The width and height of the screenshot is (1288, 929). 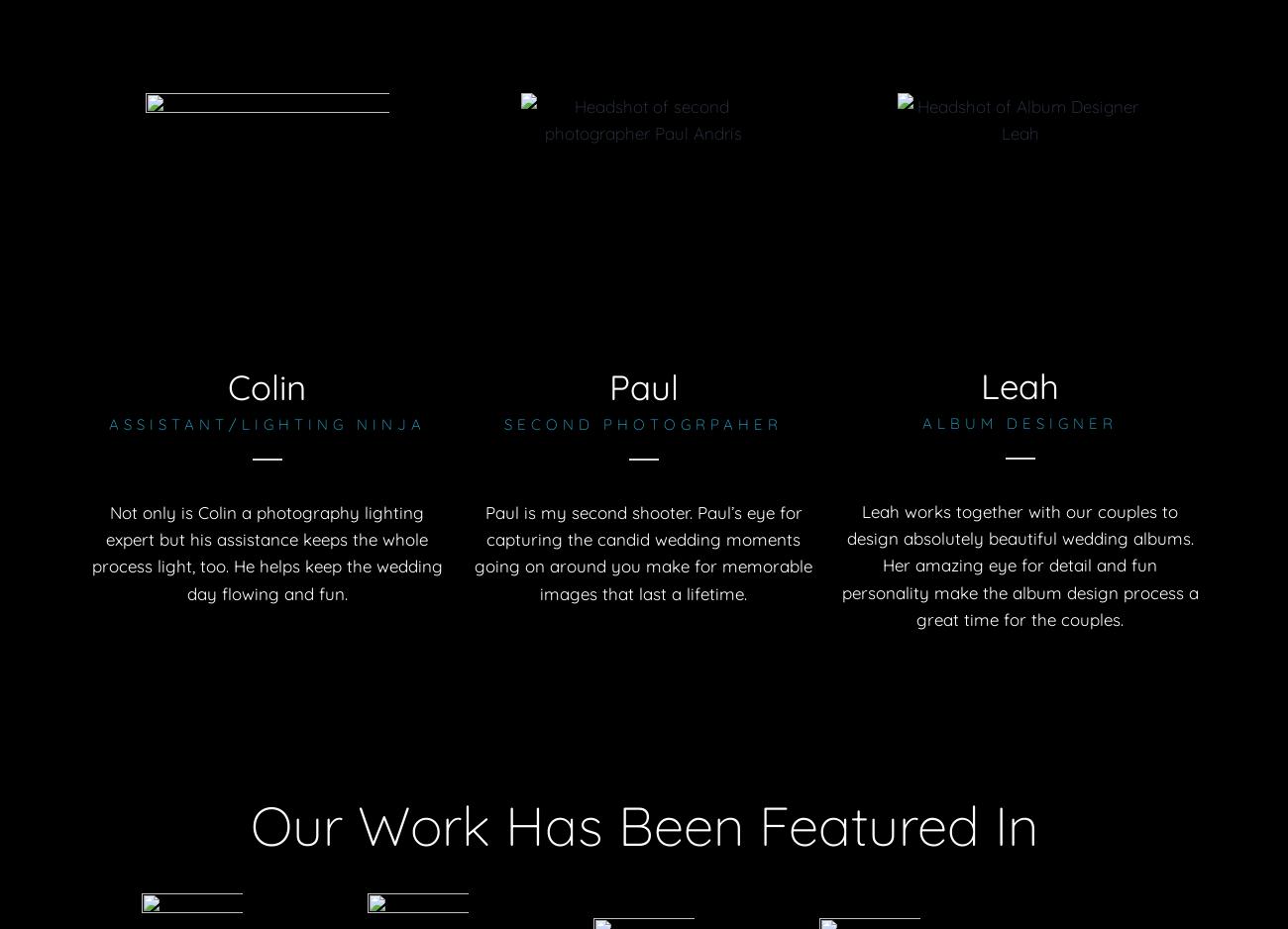 I want to click on 'Leah', so click(x=1019, y=383).